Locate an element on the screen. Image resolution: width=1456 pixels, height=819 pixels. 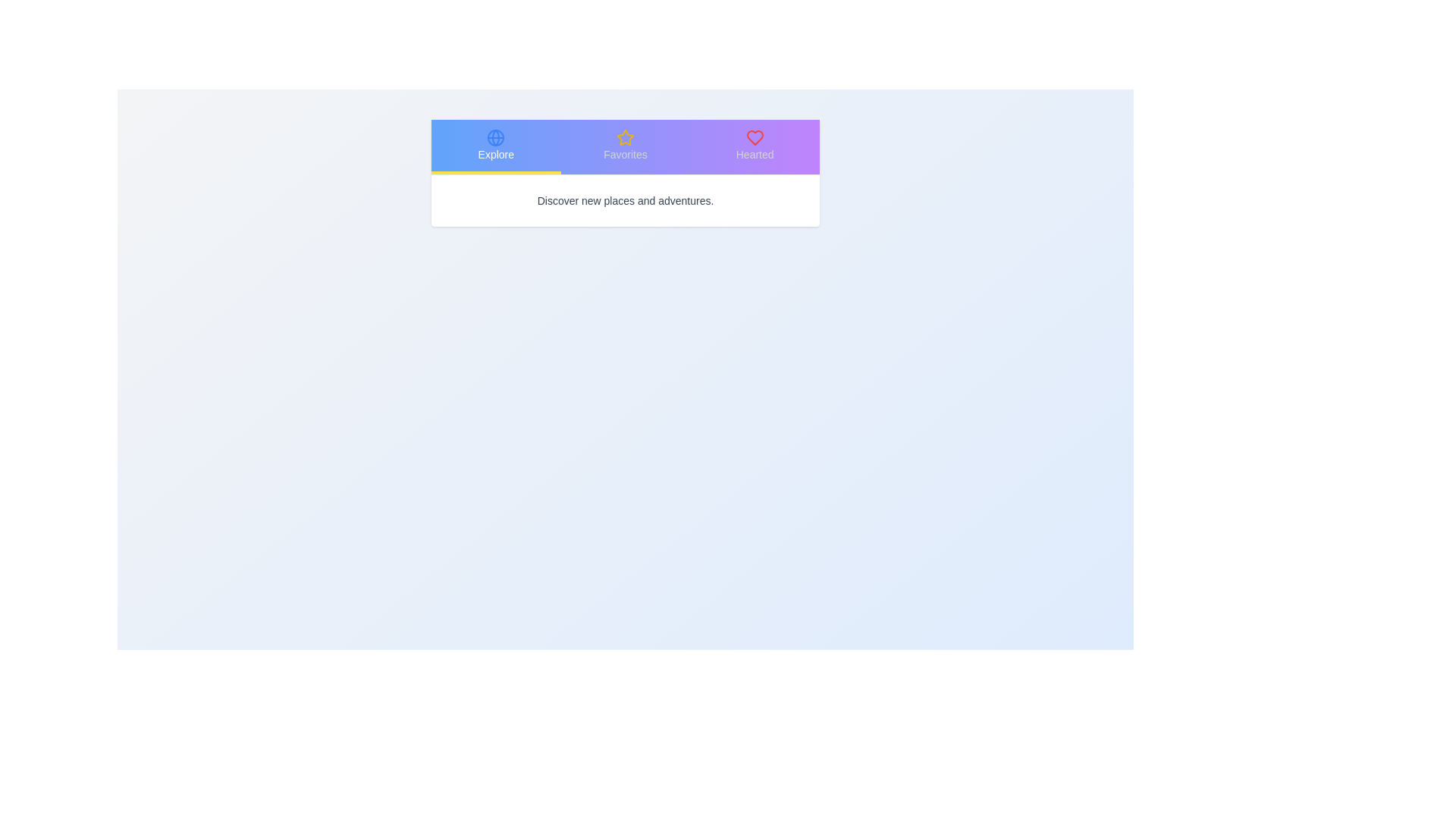
the tab labeled Explore to observe its associated icon is located at coordinates (496, 146).